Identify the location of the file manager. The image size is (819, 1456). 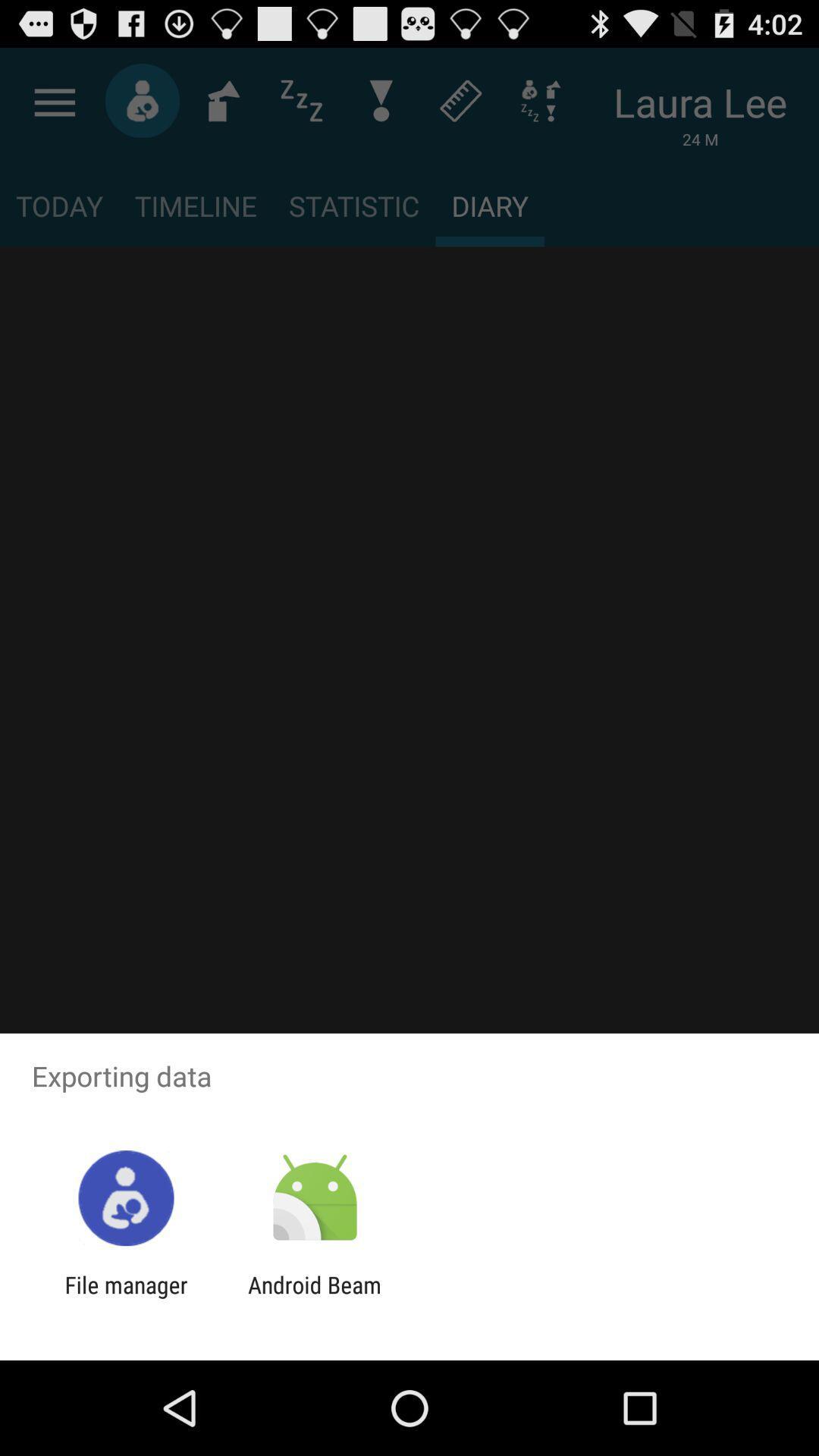
(125, 1298).